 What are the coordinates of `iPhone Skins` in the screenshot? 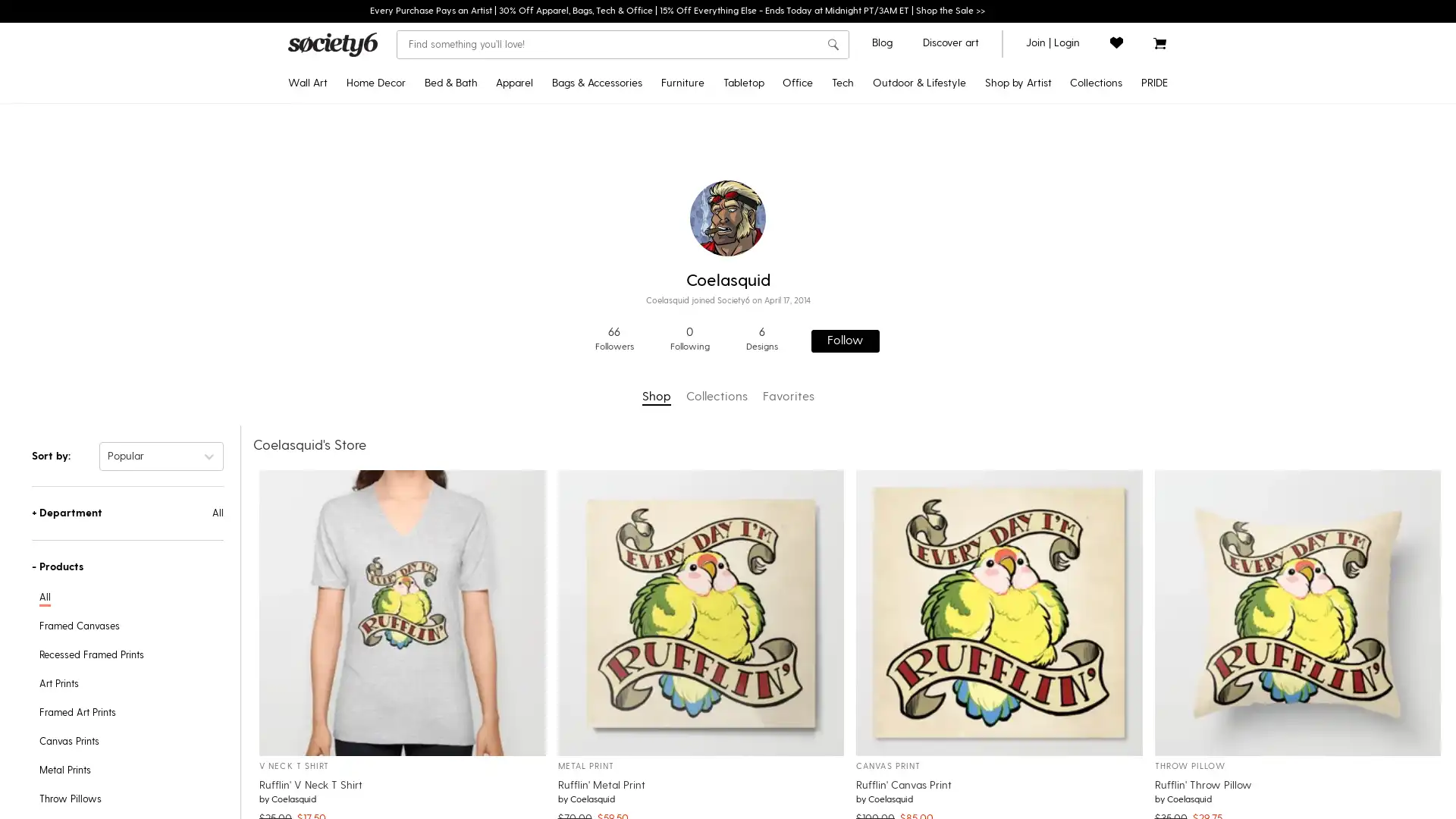 It's located at (896, 390).